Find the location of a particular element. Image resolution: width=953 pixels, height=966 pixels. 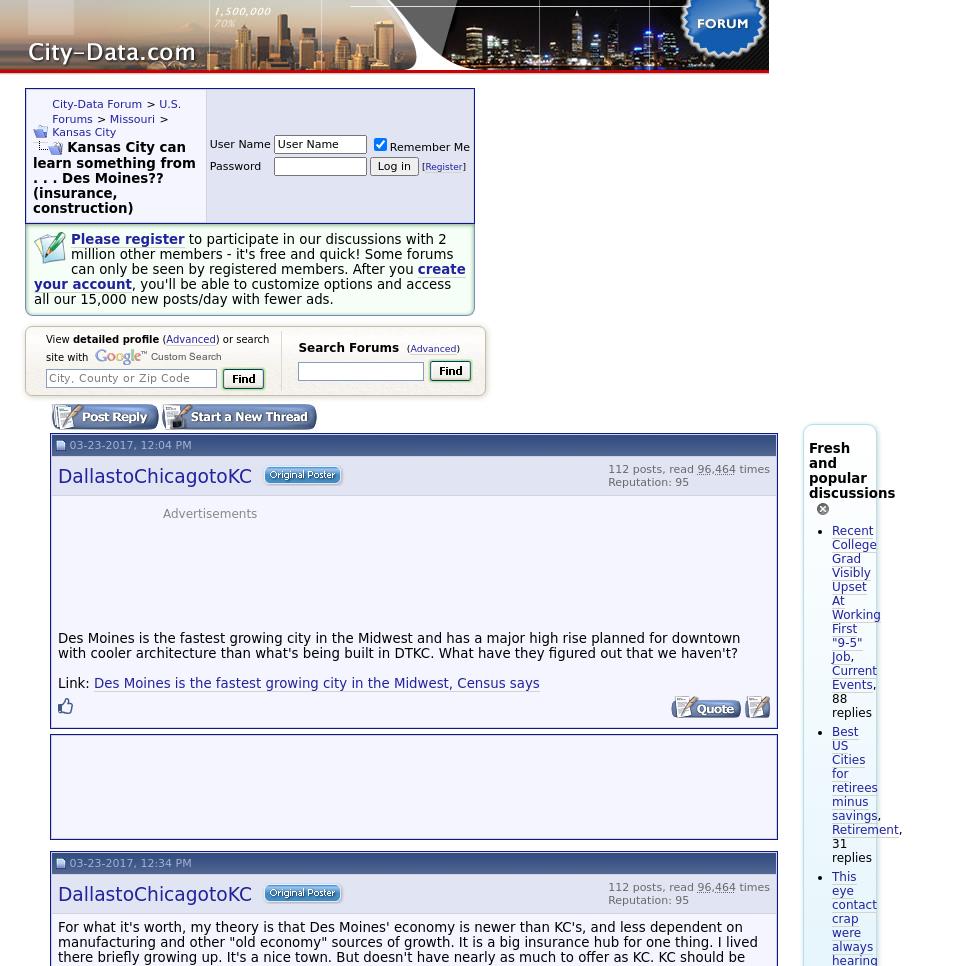

'Des Moines is the fastest growing city in the Midwest and has a major high rise planned for downtown with cooler architecture than what's being built in DTKC.  What have they figured out that we haven't?' is located at coordinates (398, 643).